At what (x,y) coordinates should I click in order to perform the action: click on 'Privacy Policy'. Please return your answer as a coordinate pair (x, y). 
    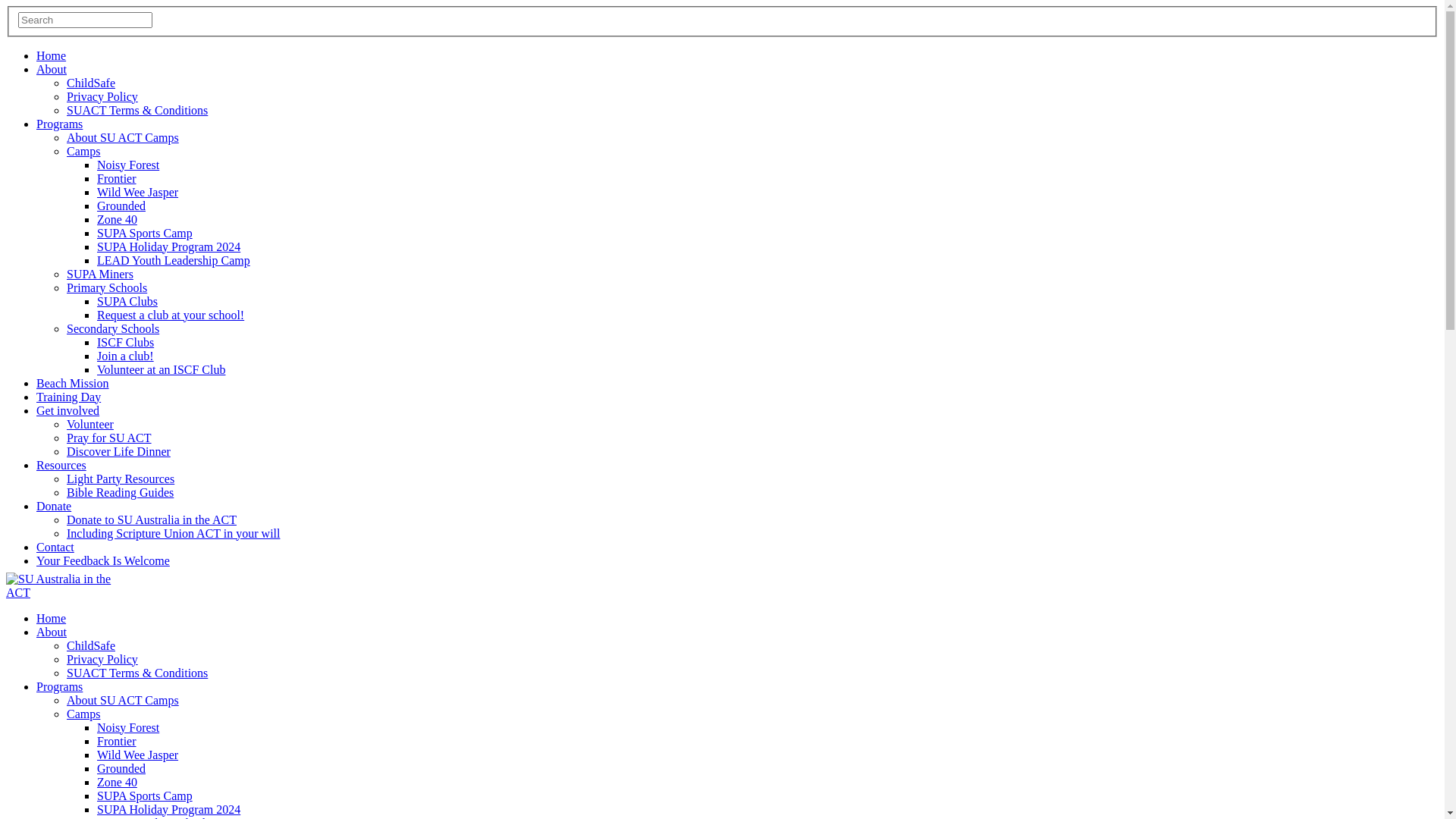
    Looking at the image, I should click on (101, 96).